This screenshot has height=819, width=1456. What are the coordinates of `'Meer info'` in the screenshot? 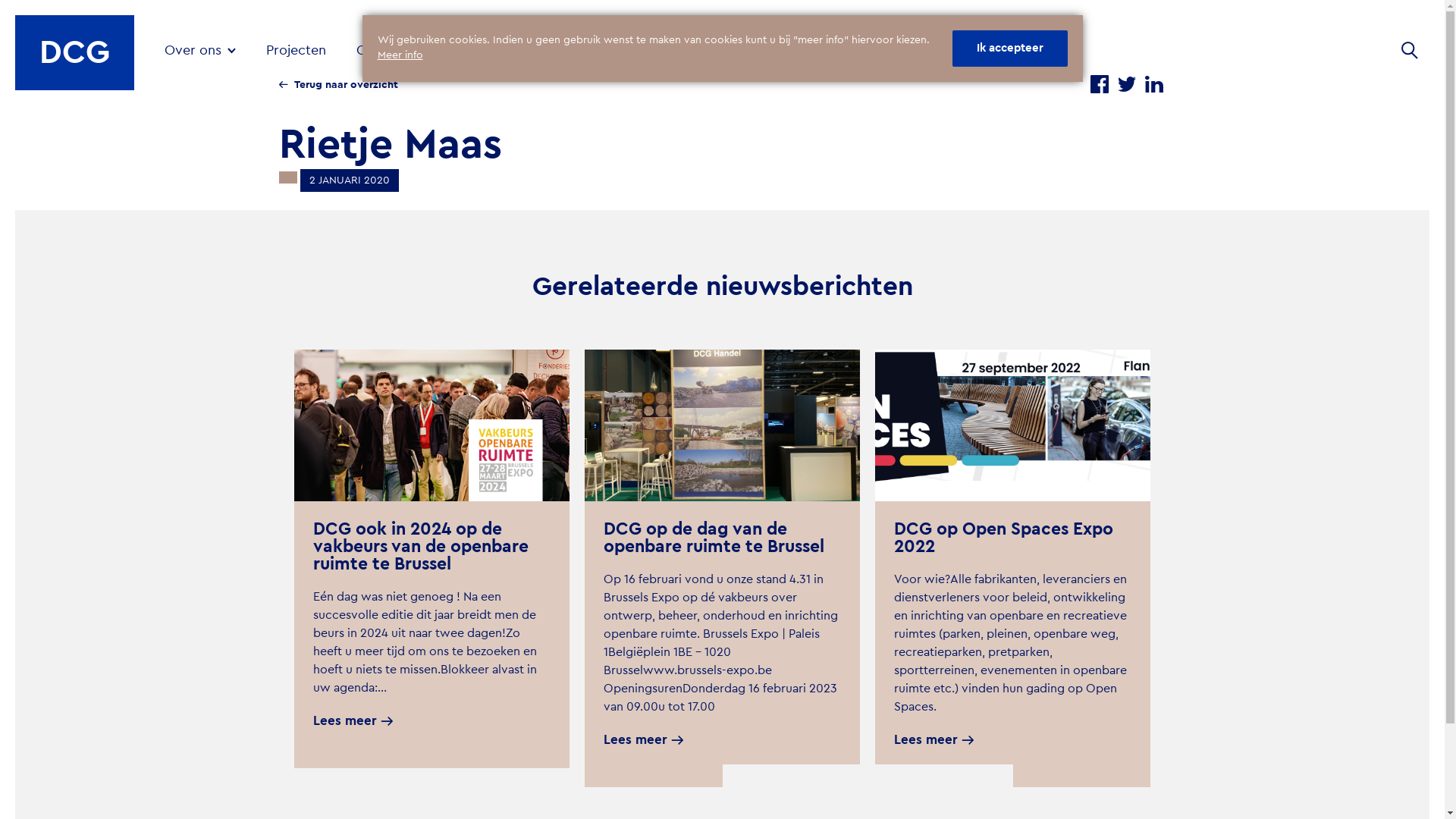 It's located at (400, 55).